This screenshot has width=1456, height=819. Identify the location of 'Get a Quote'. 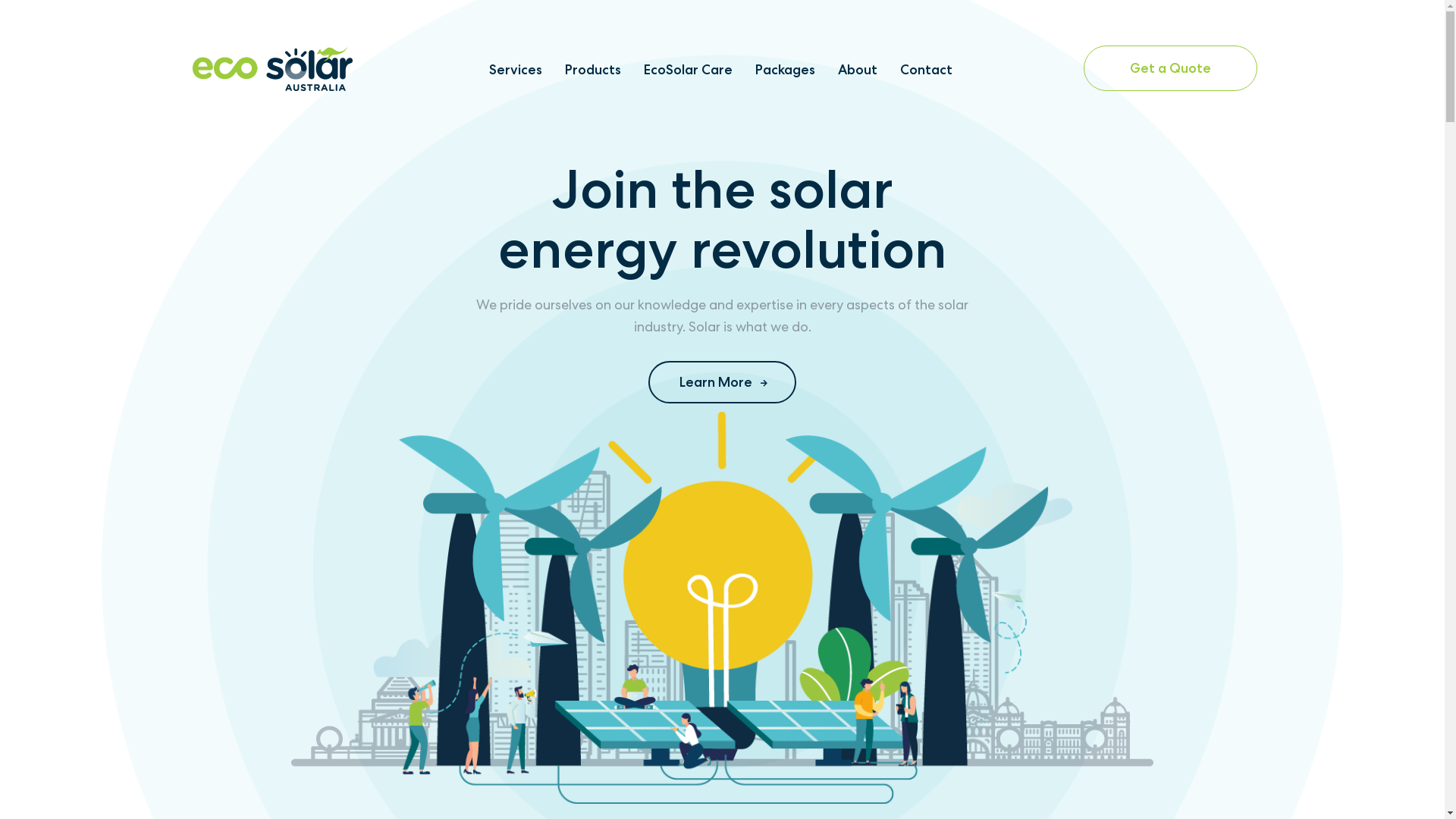
(1169, 67).